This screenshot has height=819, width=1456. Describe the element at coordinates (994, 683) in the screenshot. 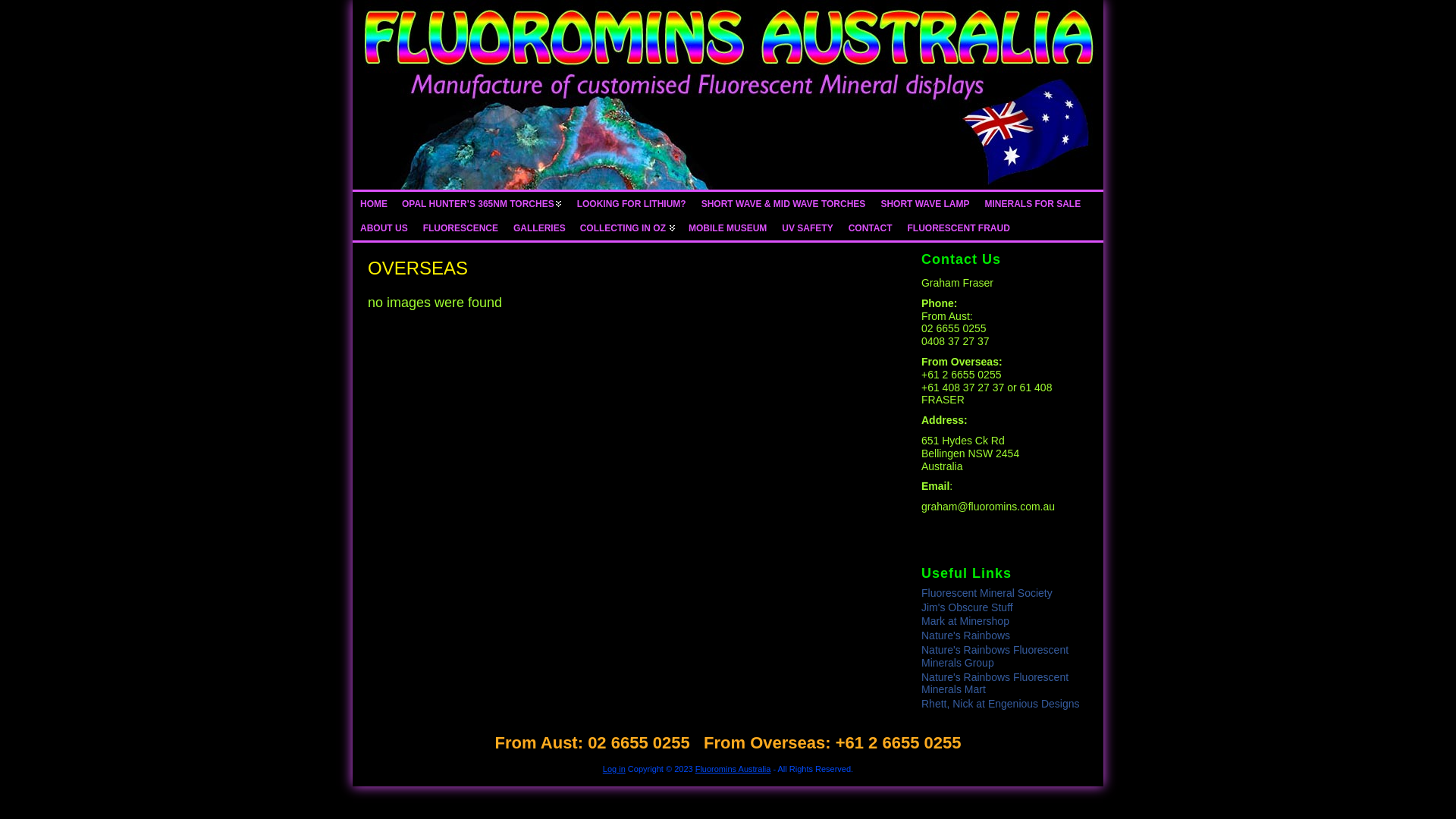

I see `'Nature's Rainbows Fluorescent Minerals Mart'` at that location.